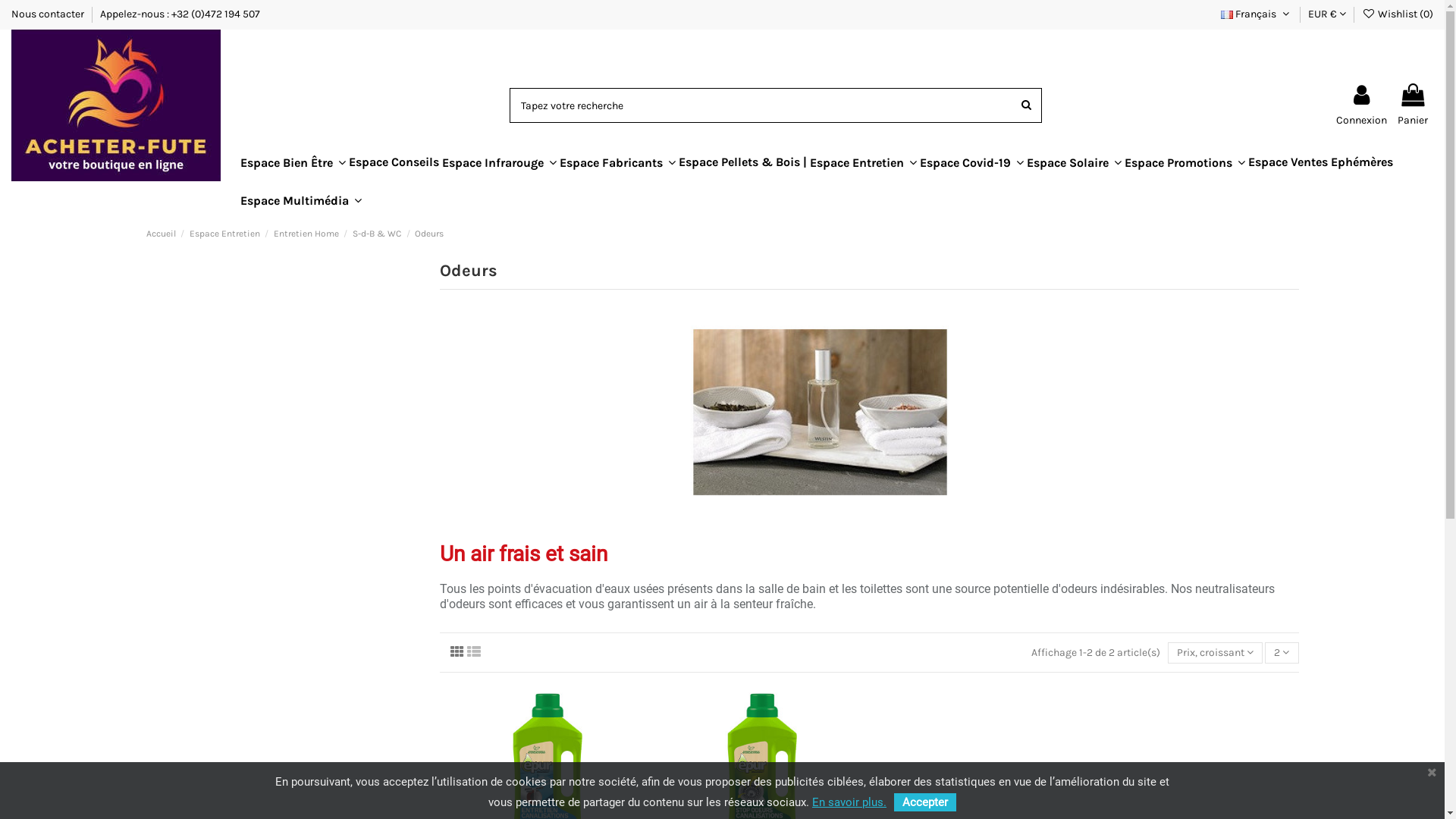 The width and height of the screenshot is (1456, 819). What do you see at coordinates (49, 14) in the screenshot?
I see `'Nous contacter'` at bounding box center [49, 14].